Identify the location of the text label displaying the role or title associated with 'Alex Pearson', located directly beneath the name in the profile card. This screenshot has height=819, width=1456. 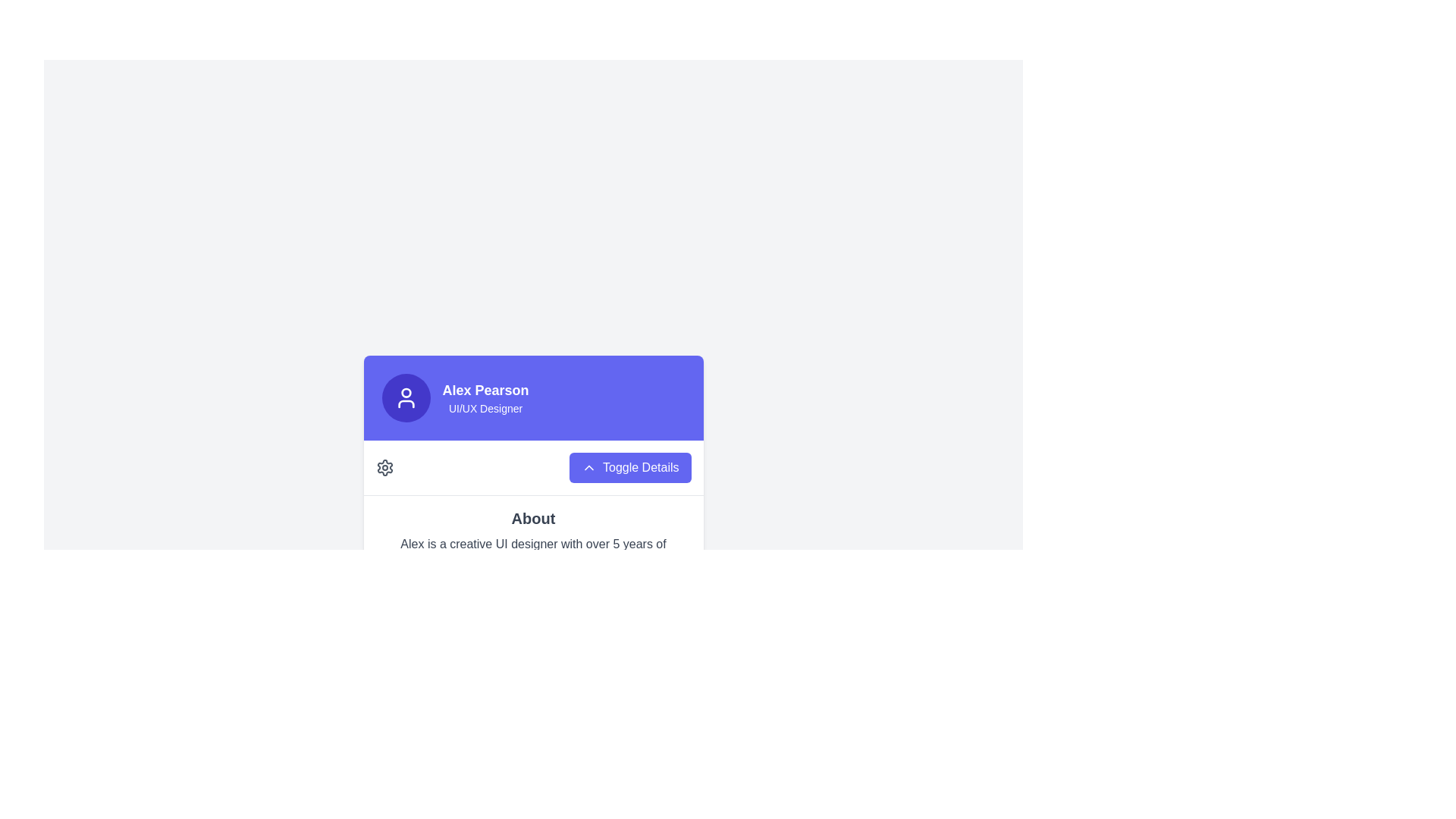
(485, 407).